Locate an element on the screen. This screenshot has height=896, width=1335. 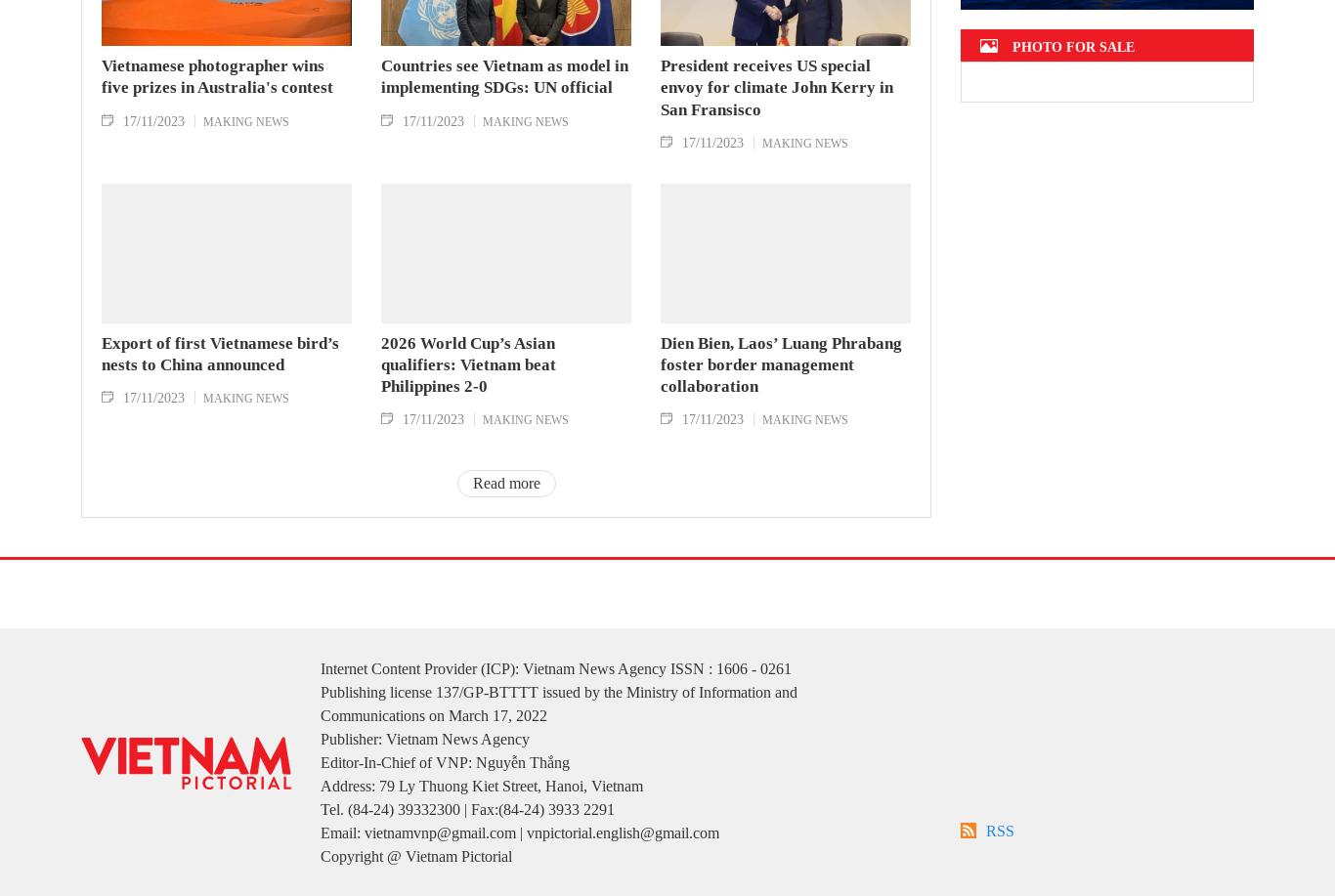
'RSS' is located at coordinates (1000, 858).